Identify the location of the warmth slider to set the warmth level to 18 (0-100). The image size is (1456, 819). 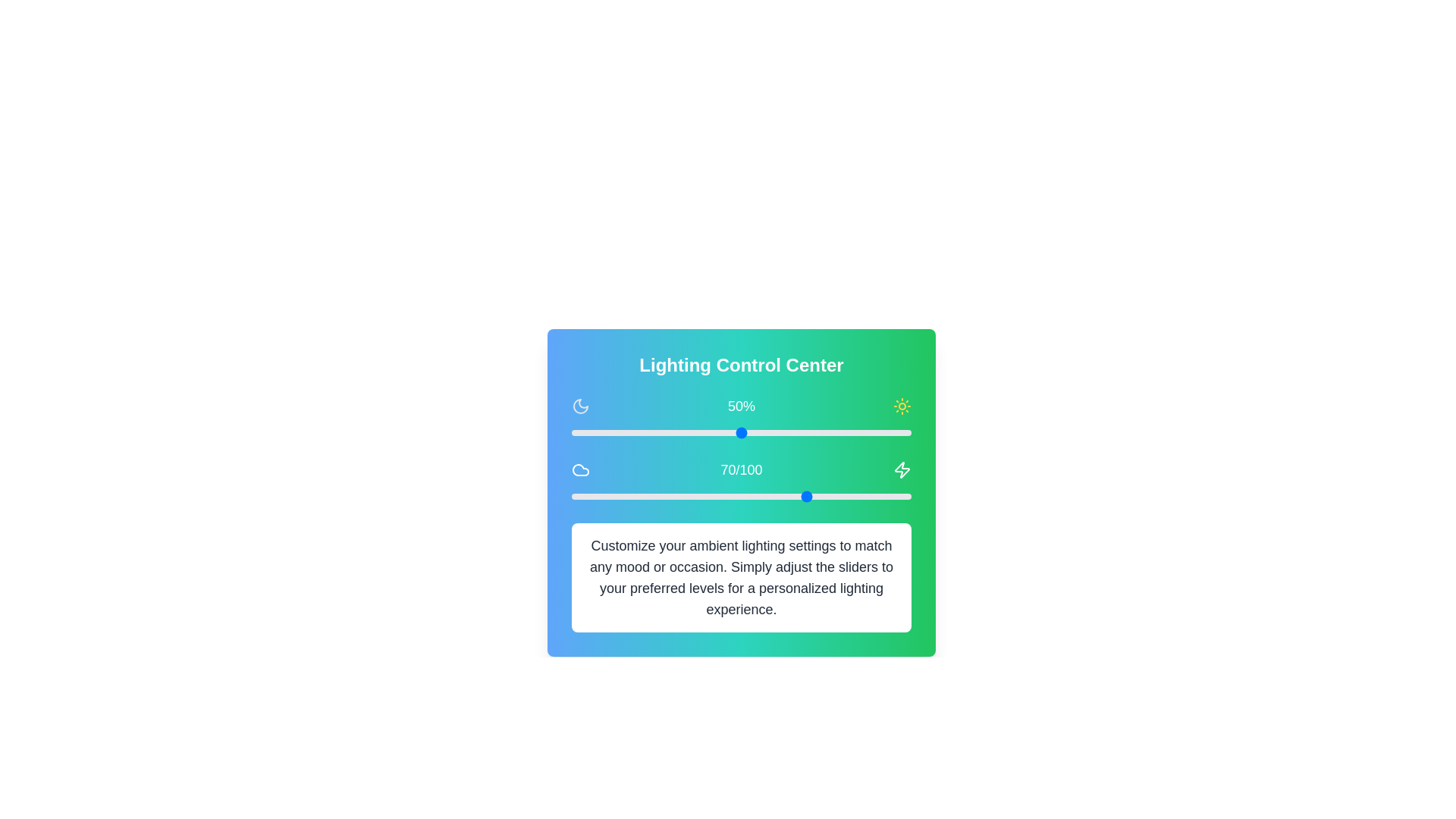
(632, 497).